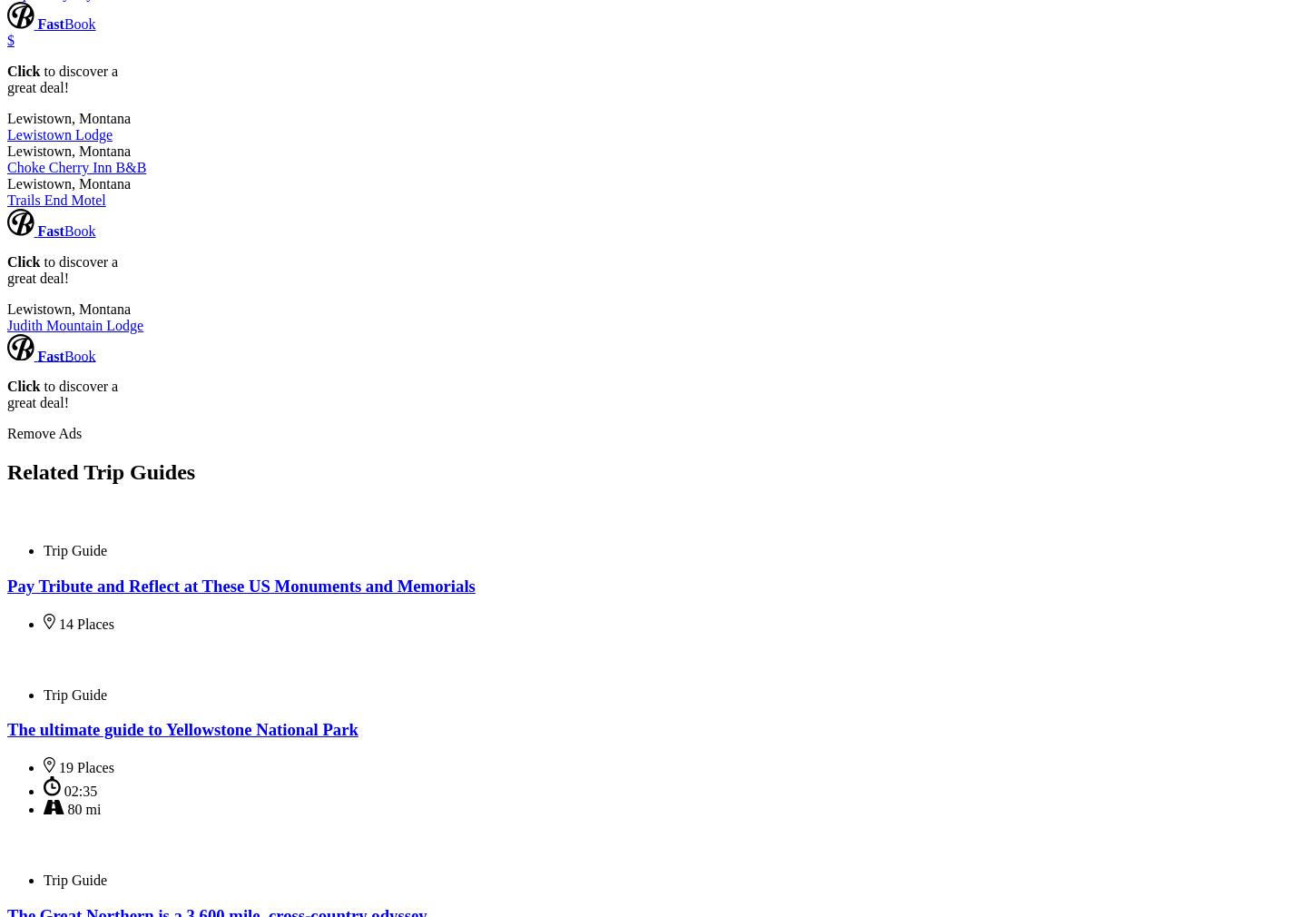  Describe the element at coordinates (11, 39) in the screenshot. I see `'$'` at that location.